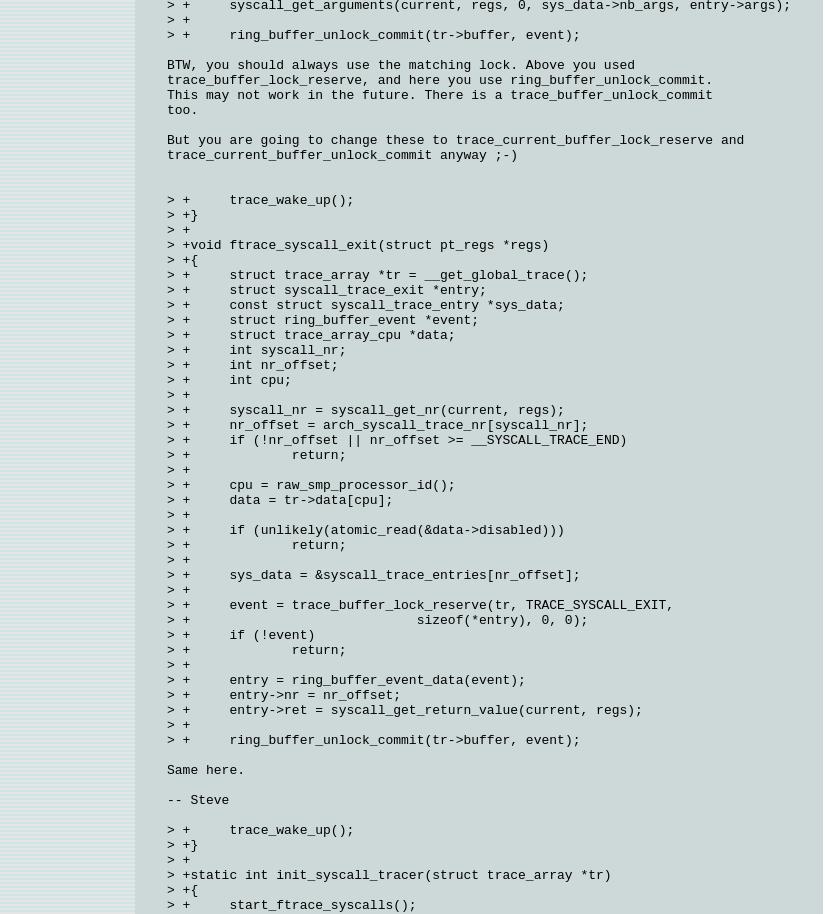 The width and height of the screenshot is (825, 914). Describe the element at coordinates (166, 95) in the screenshot. I see `'This may not work in the future. There is a trace_buffer_unlock_commit'` at that location.